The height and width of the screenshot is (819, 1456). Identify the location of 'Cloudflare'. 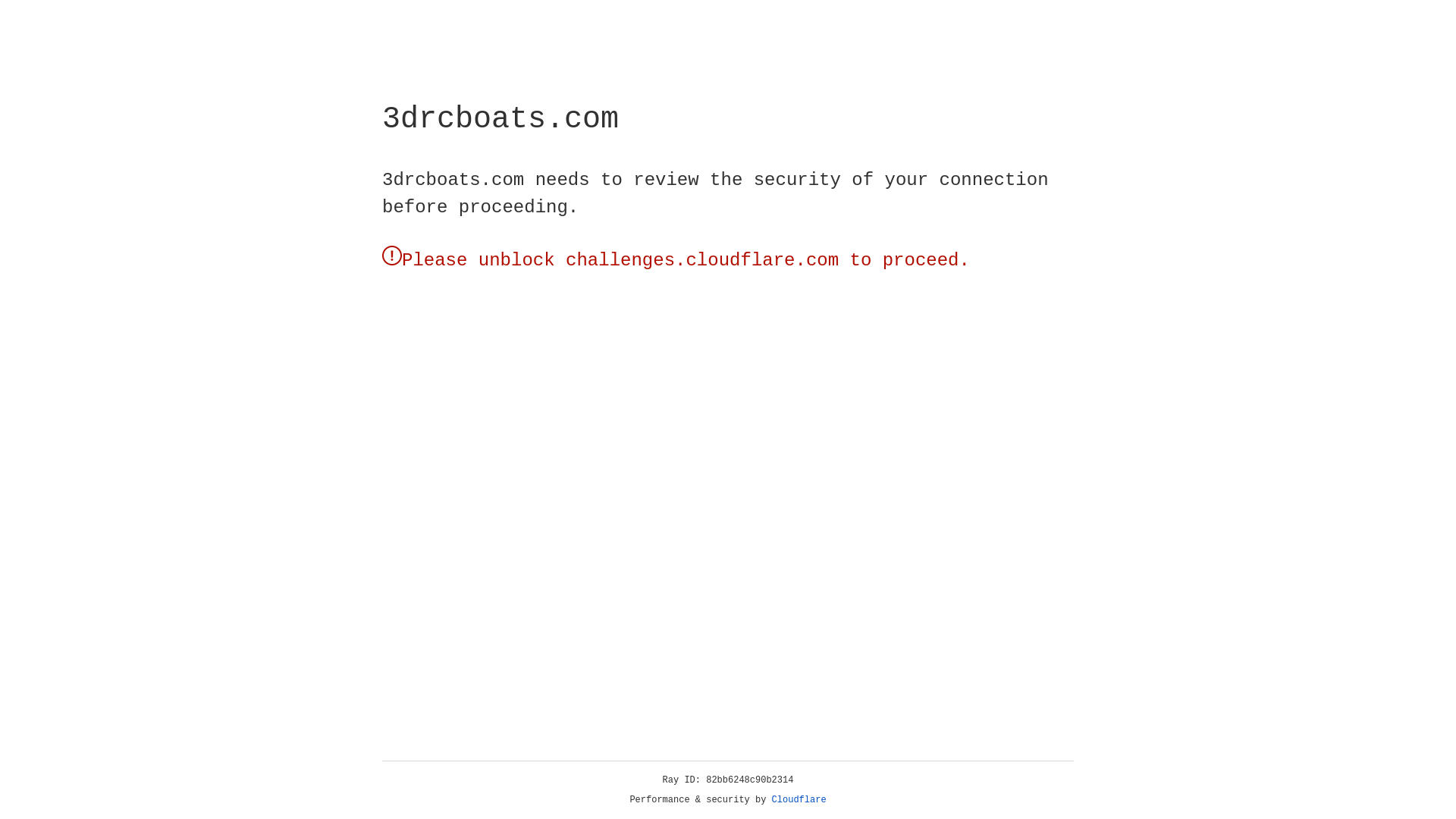
(771, 799).